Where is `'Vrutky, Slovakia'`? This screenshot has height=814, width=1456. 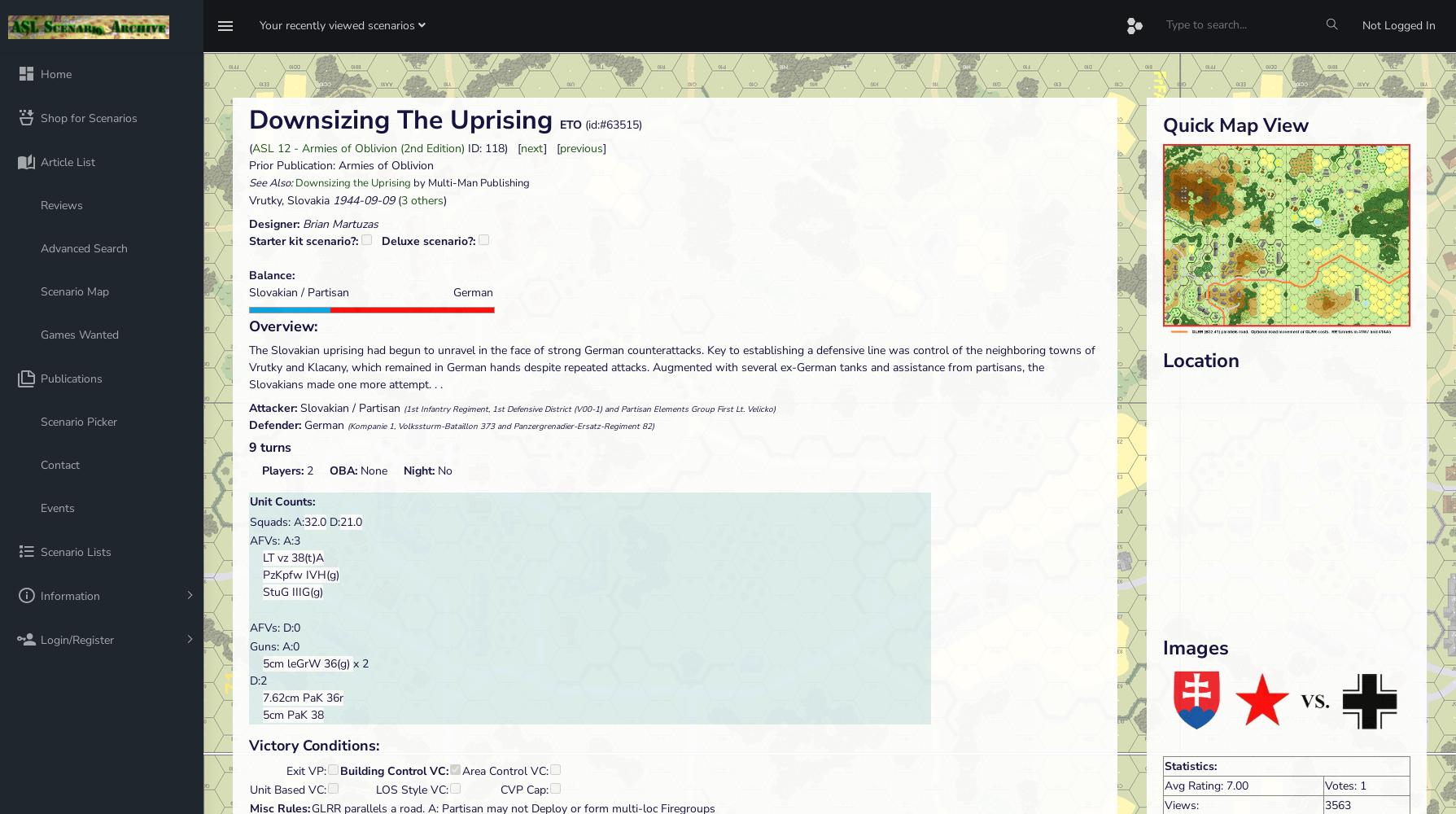
'Vrutky, Slovakia' is located at coordinates (247, 199).